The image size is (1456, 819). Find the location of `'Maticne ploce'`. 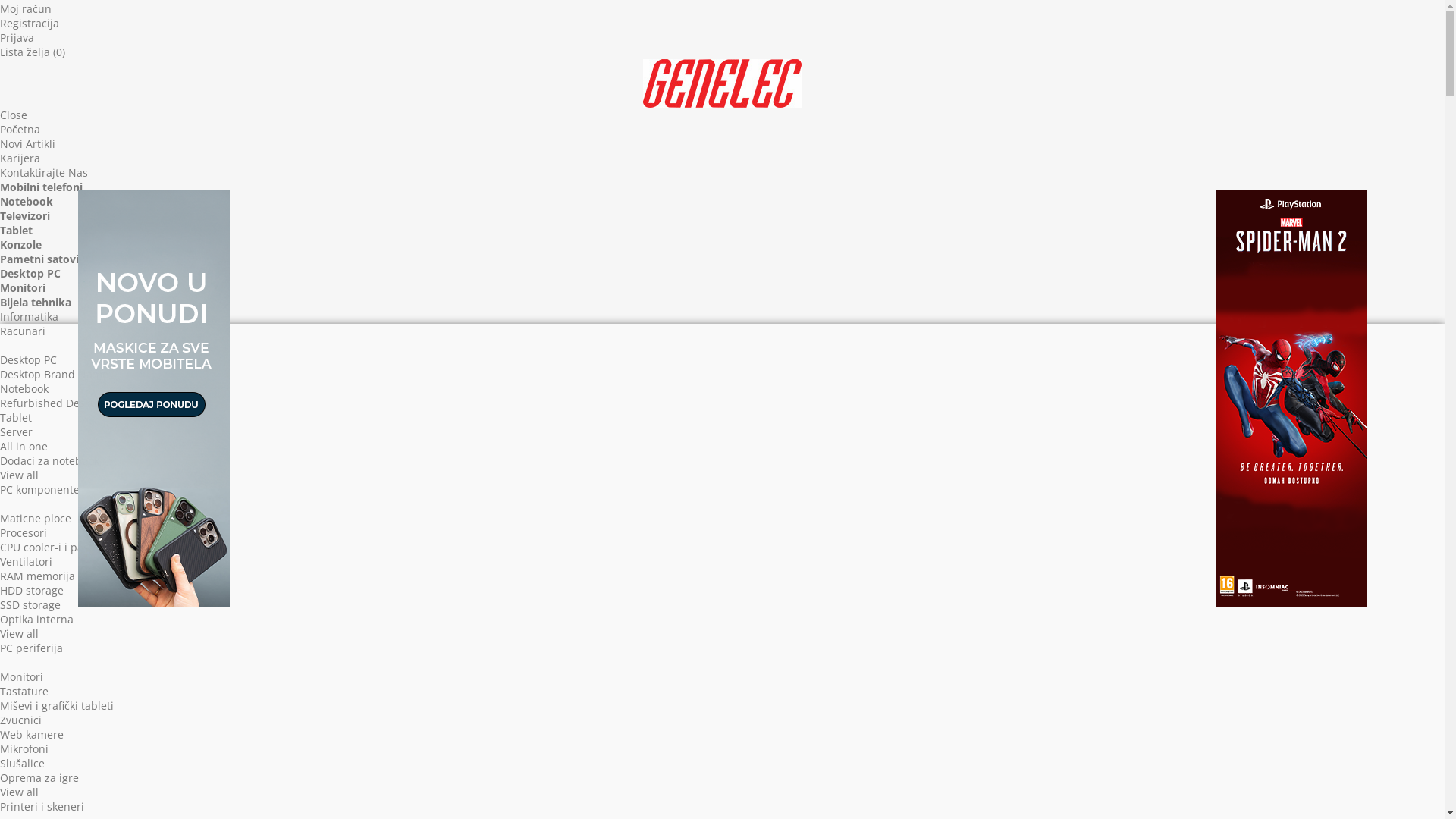

'Maticne ploce' is located at coordinates (0, 517).